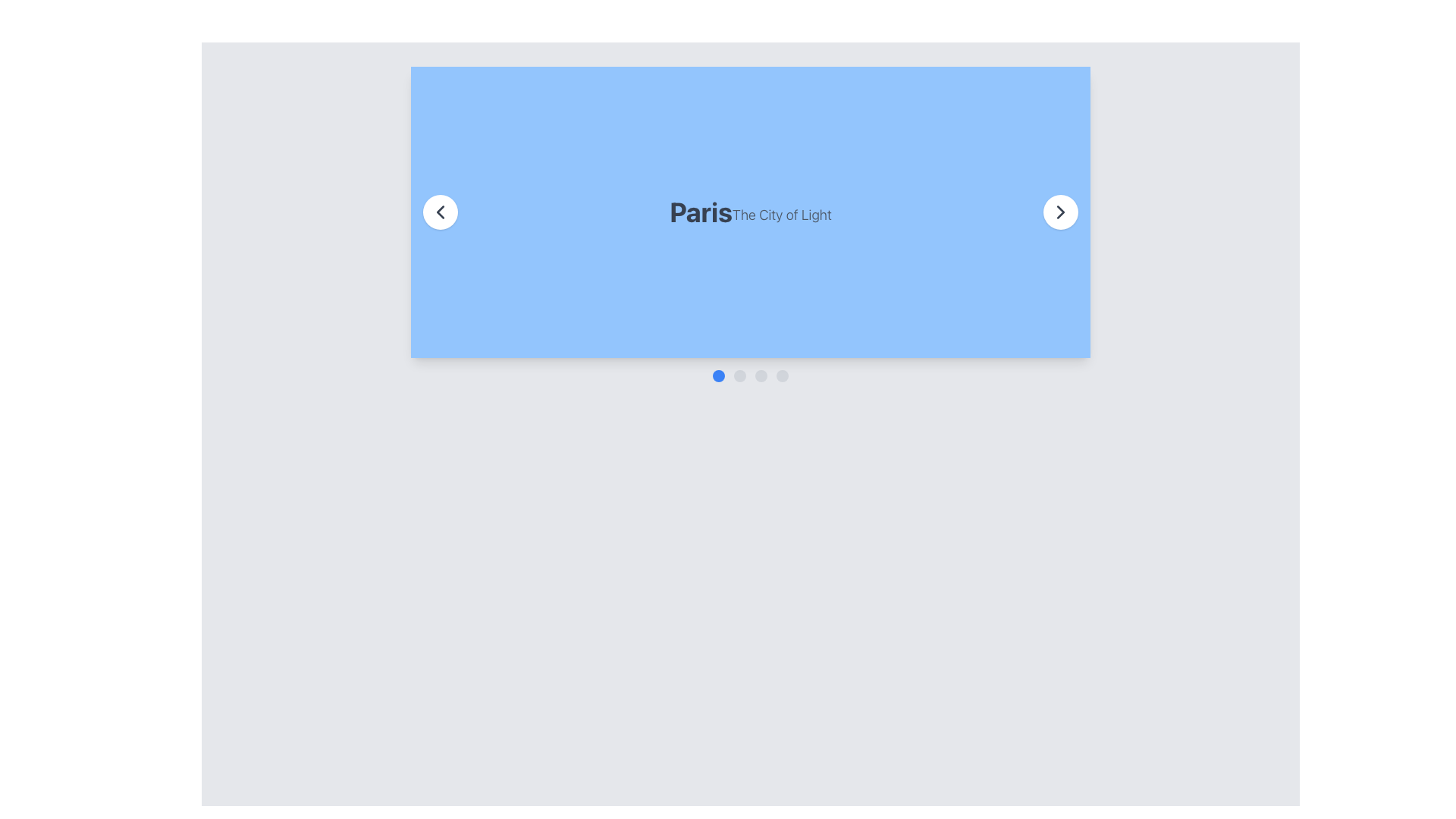  What do you see at coordinates (439, 212) in the screenshot?
I see `the circular button with a white background and a left-pointing chevron icon, located to the left of the central blue content area labeled 'Paris'` at bounding box center [439, 212].